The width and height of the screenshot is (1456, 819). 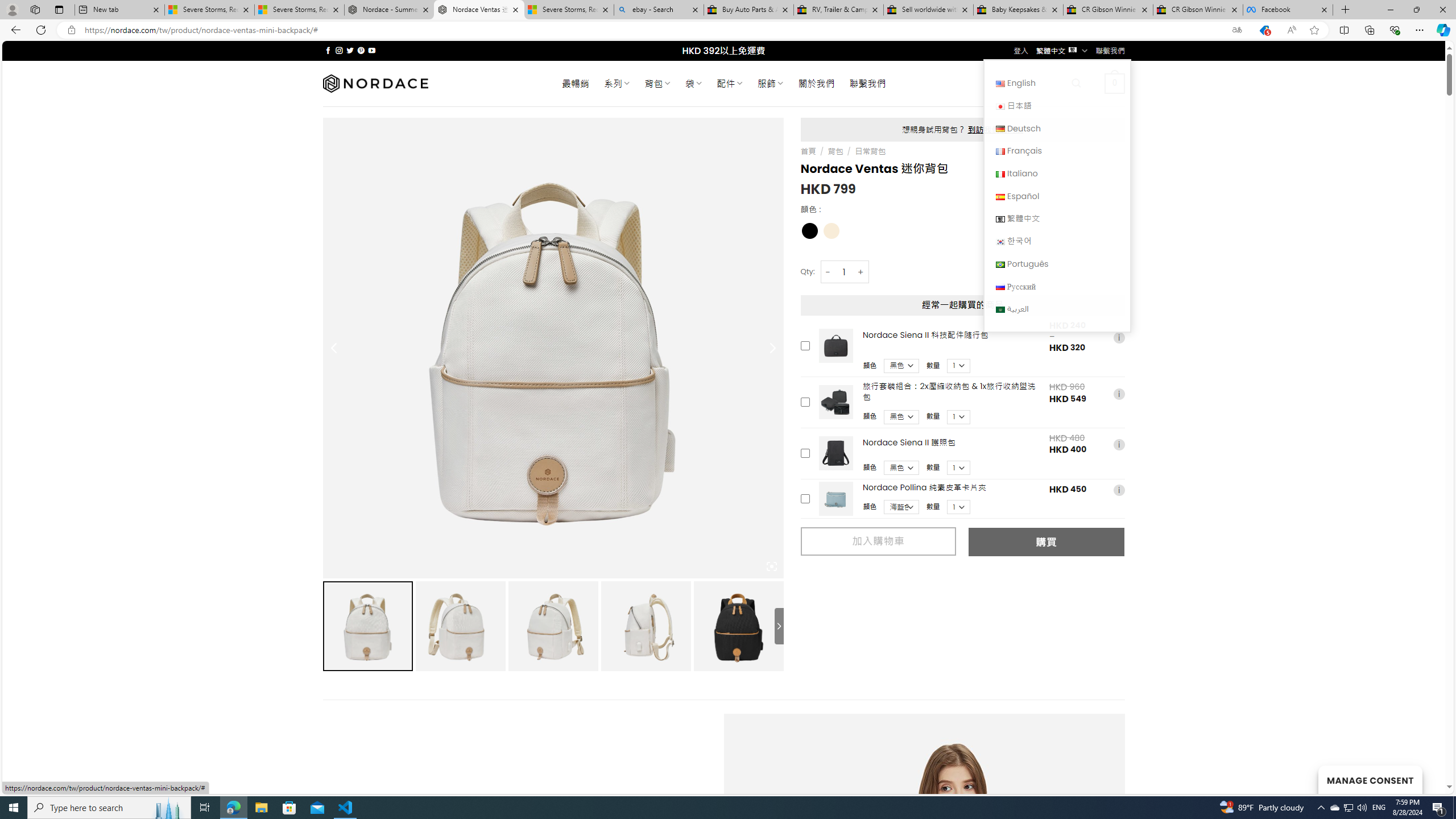 What do you see at coordinates (1115, 82) in the screenshot?
I see `' 0 '` at bounding box center [1115, 82].